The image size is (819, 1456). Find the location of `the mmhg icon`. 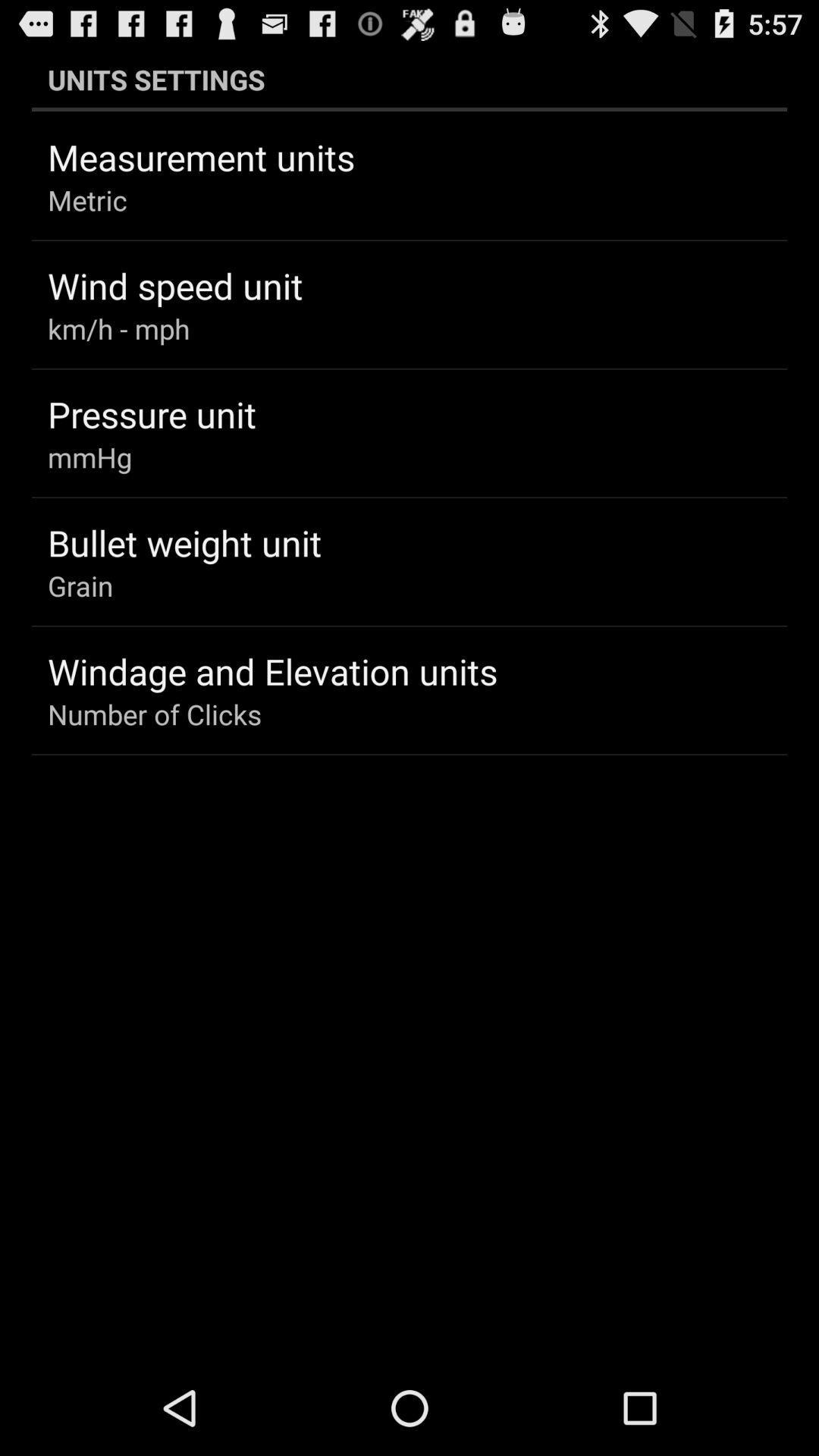

the mmhg icon is located at coordinates (89, 457).